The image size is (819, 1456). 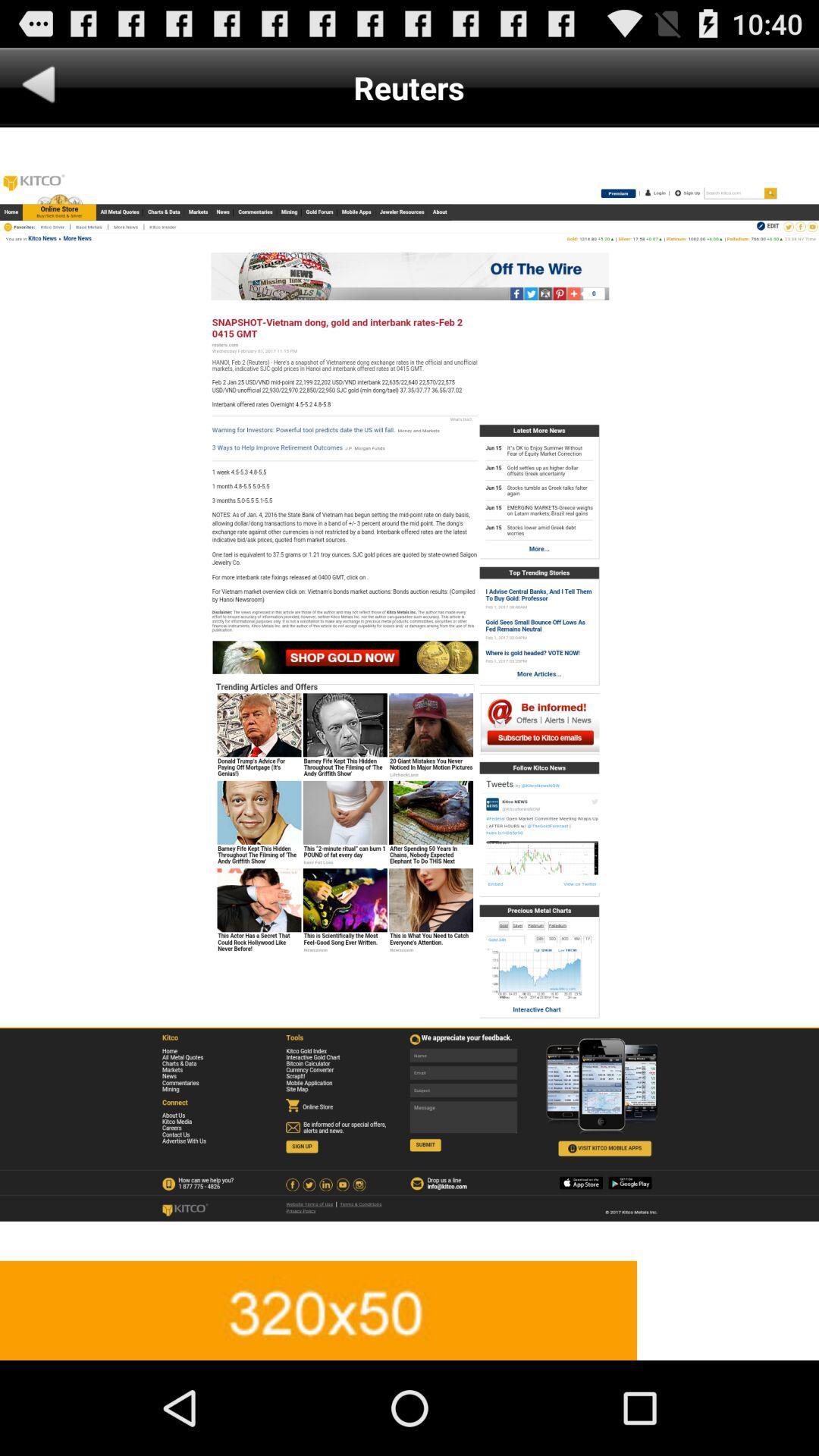 What do you see at coordinates (409, 693) in the screenshot?
I see `seeing in the paragraph` at bounding box center [409, 693].